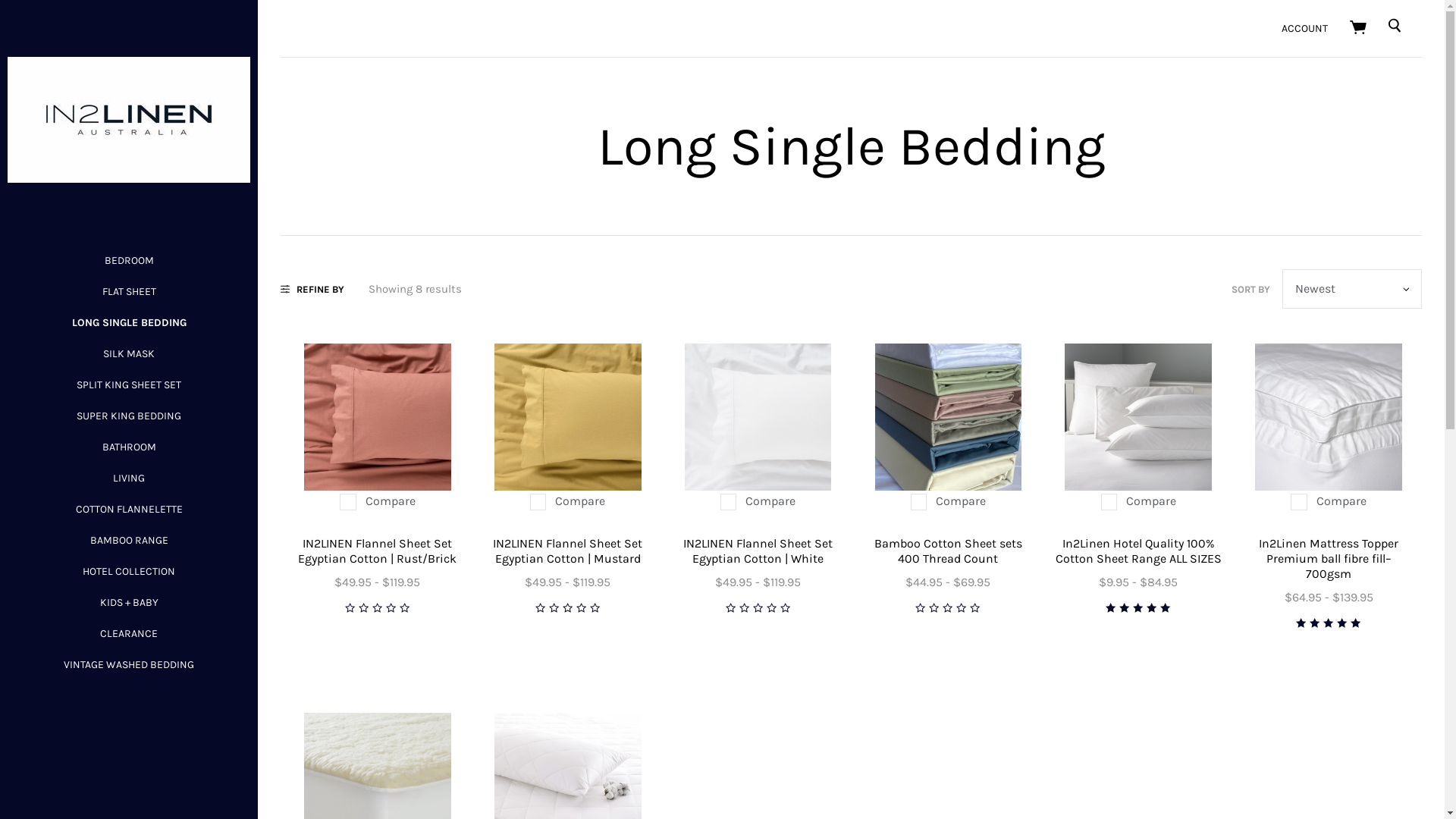  I want to click on 'COTTON FLANNELETTE', so click(129, 509).